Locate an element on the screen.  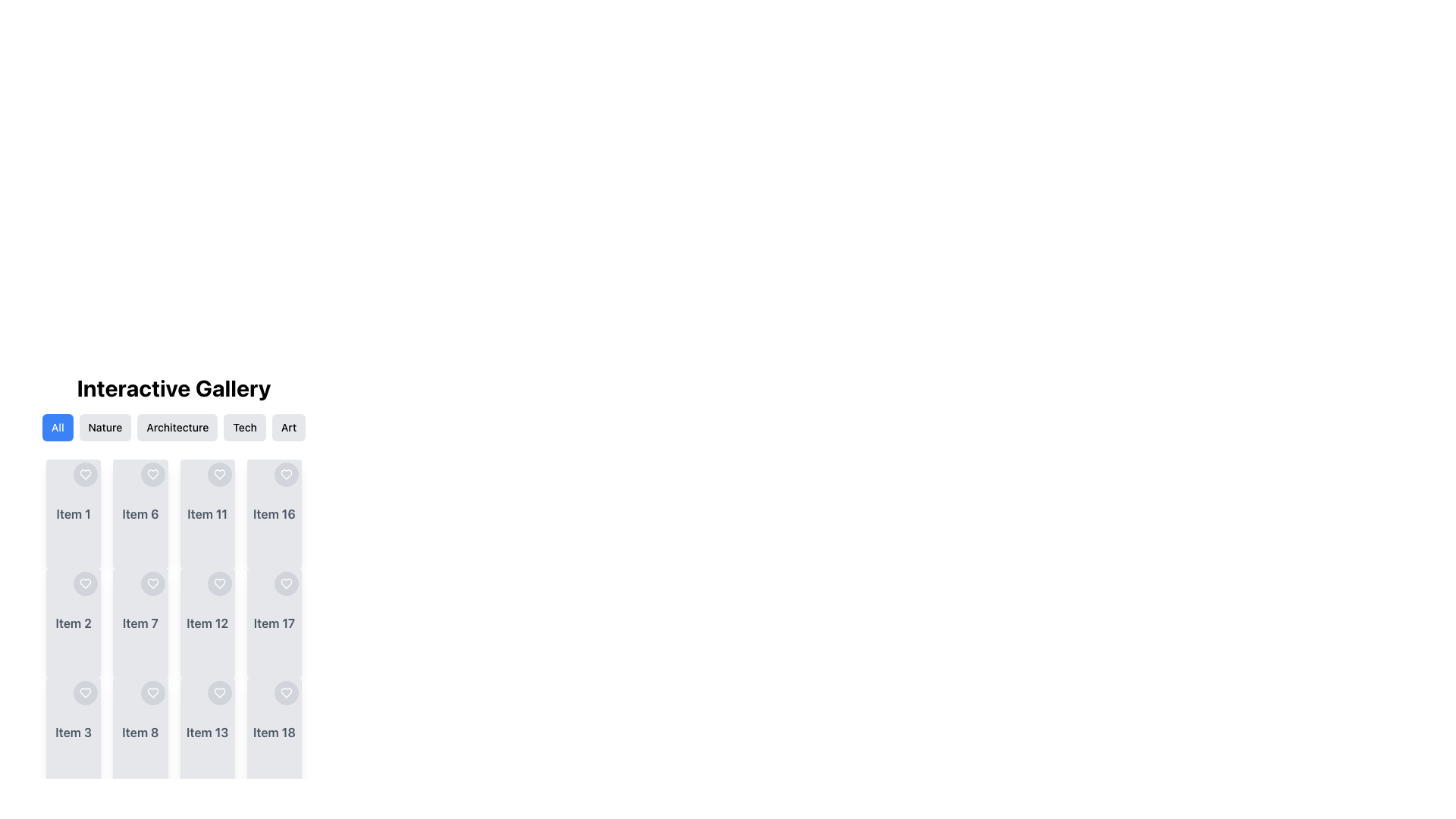
the button located at the bottom center of the card labeled 'Item 11' is located at coordinates (206, 513).